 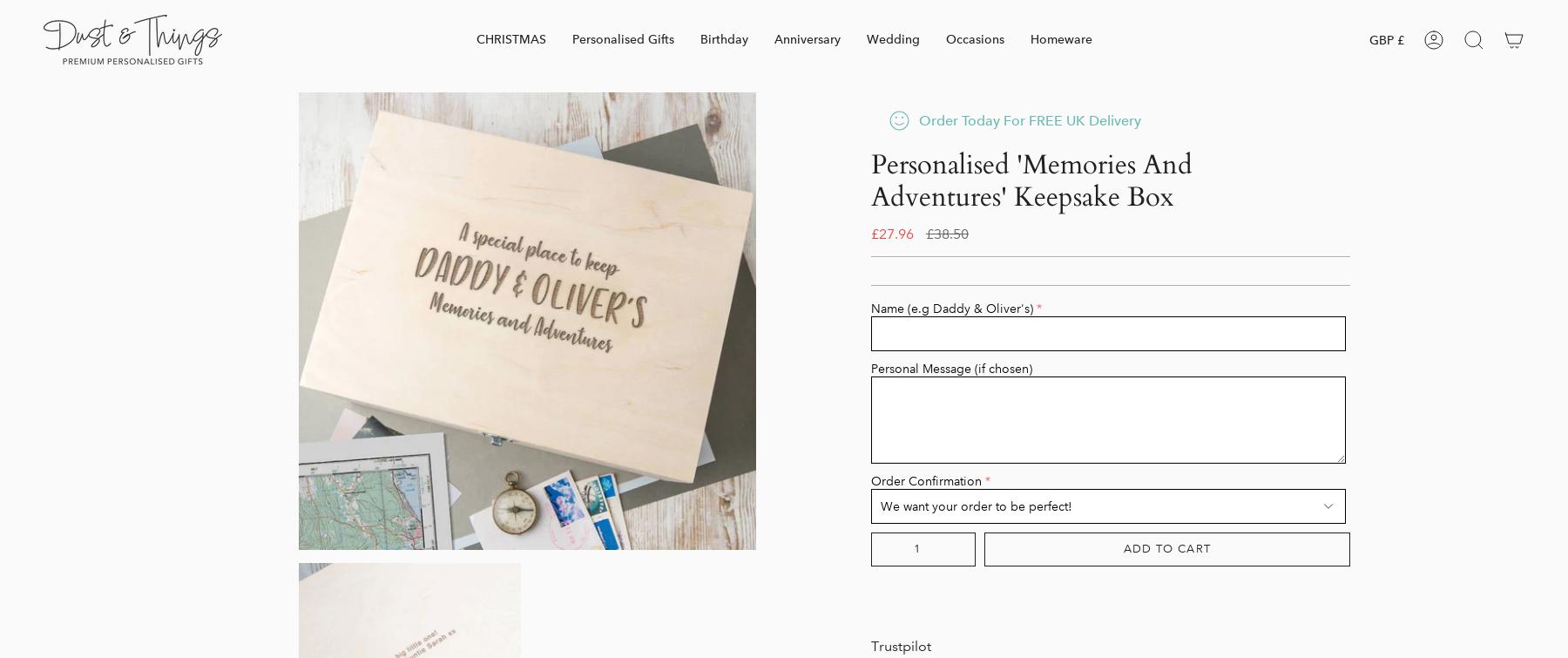 What do you see at coordinates (957, 221) in the screenshot?
I see `'FREE UK DELIVERY'` at bounding box center [957, 221].